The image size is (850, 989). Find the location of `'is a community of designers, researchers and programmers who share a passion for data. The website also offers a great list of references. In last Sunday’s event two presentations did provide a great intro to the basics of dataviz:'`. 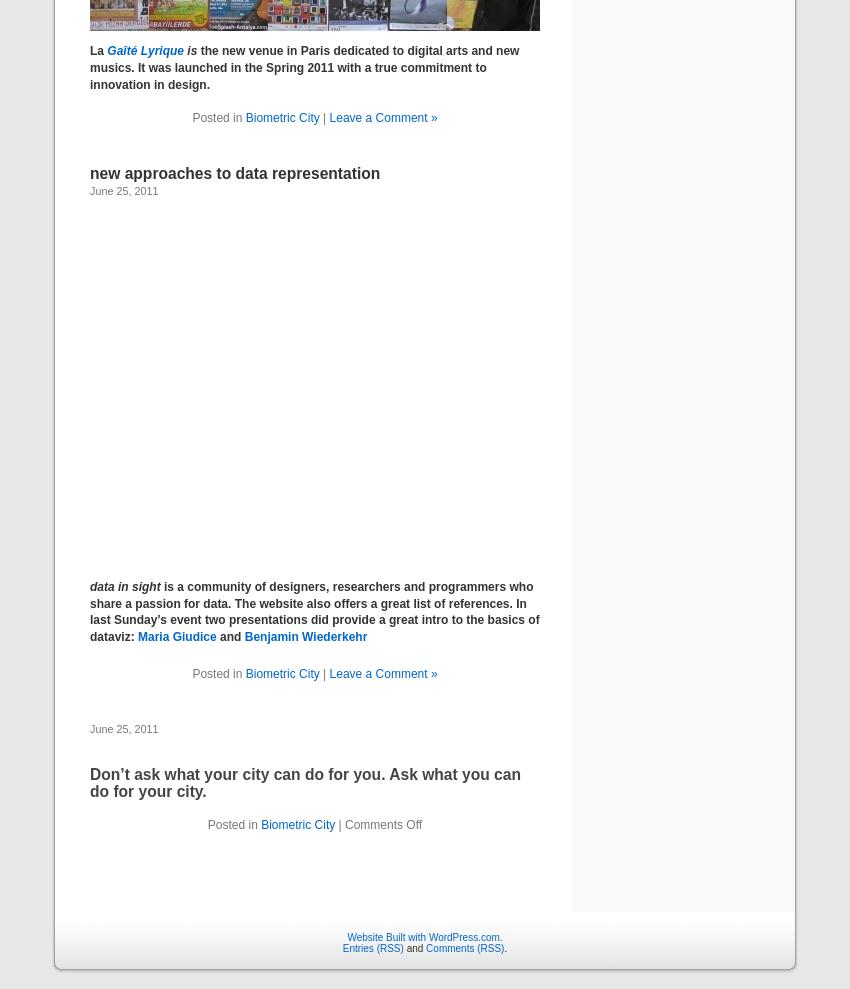

'is a community of designers, researchers and programmers who share a passion for data. The website also offers a great list of references. In last Sunday’s event two presentations did provide a great intro to the basics of dataviz:' is located at coordinates (89, 611).